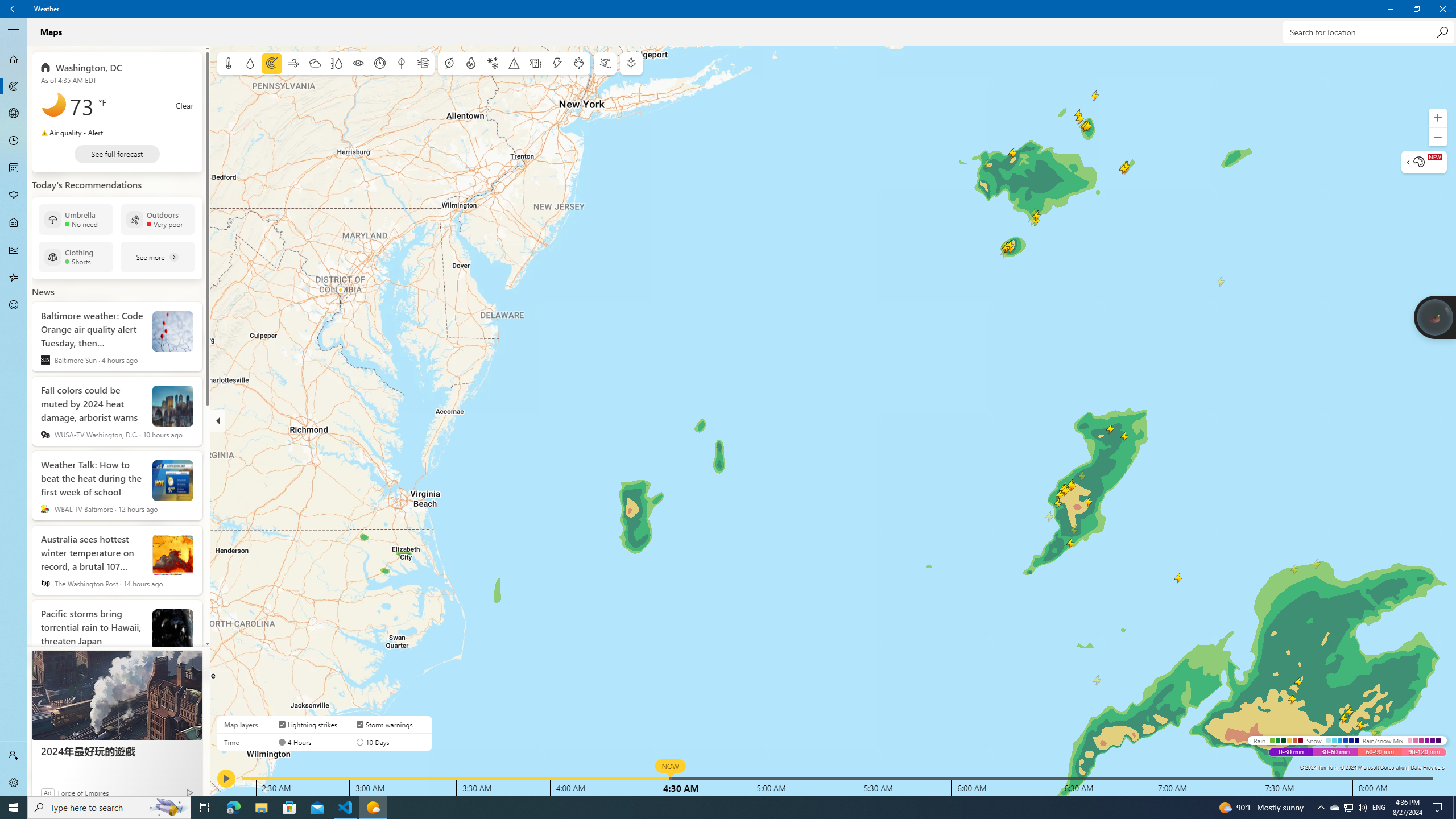  Describe the element at coordinates (14, 113) in the screenshot. I see `'3D Maps - Not Selected'` at that location.